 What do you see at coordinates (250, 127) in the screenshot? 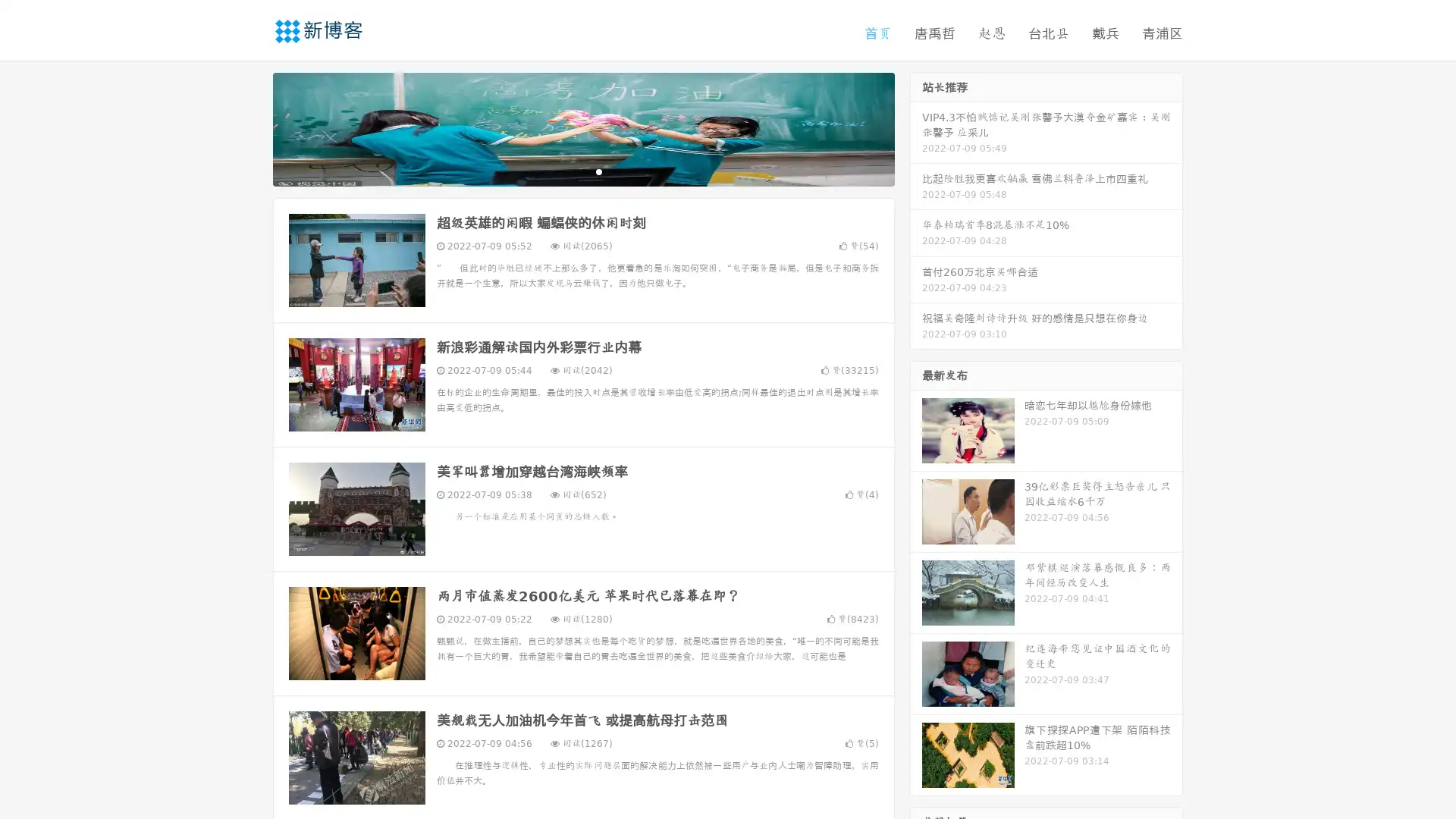
I see `Previous slide` at bounding box center [250, 127].